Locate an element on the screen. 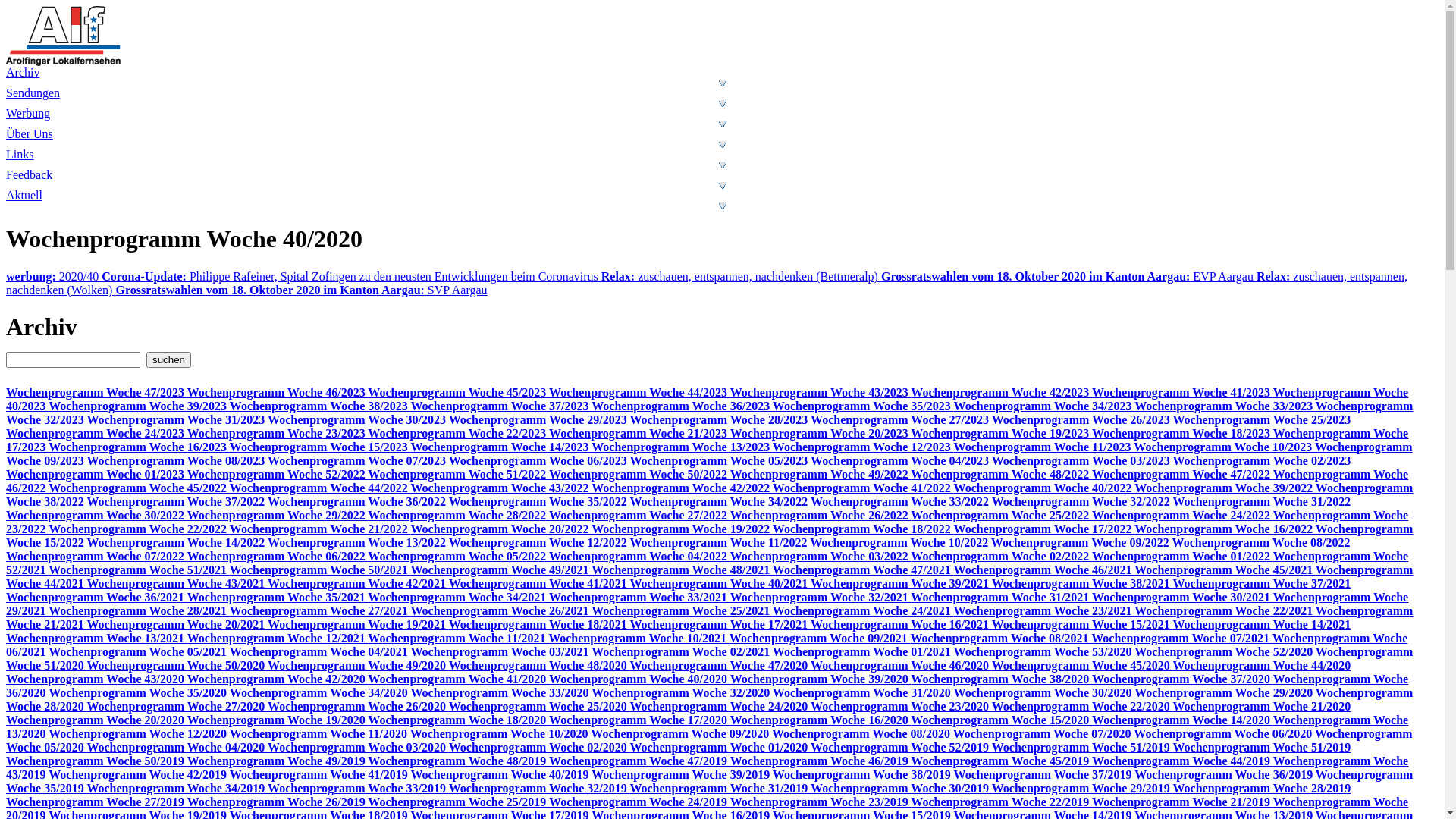 The width and height of the screenshot is (1456, 819). 'Wochenprogramm Woche 03/2020' is located at coordinates (357, 746).